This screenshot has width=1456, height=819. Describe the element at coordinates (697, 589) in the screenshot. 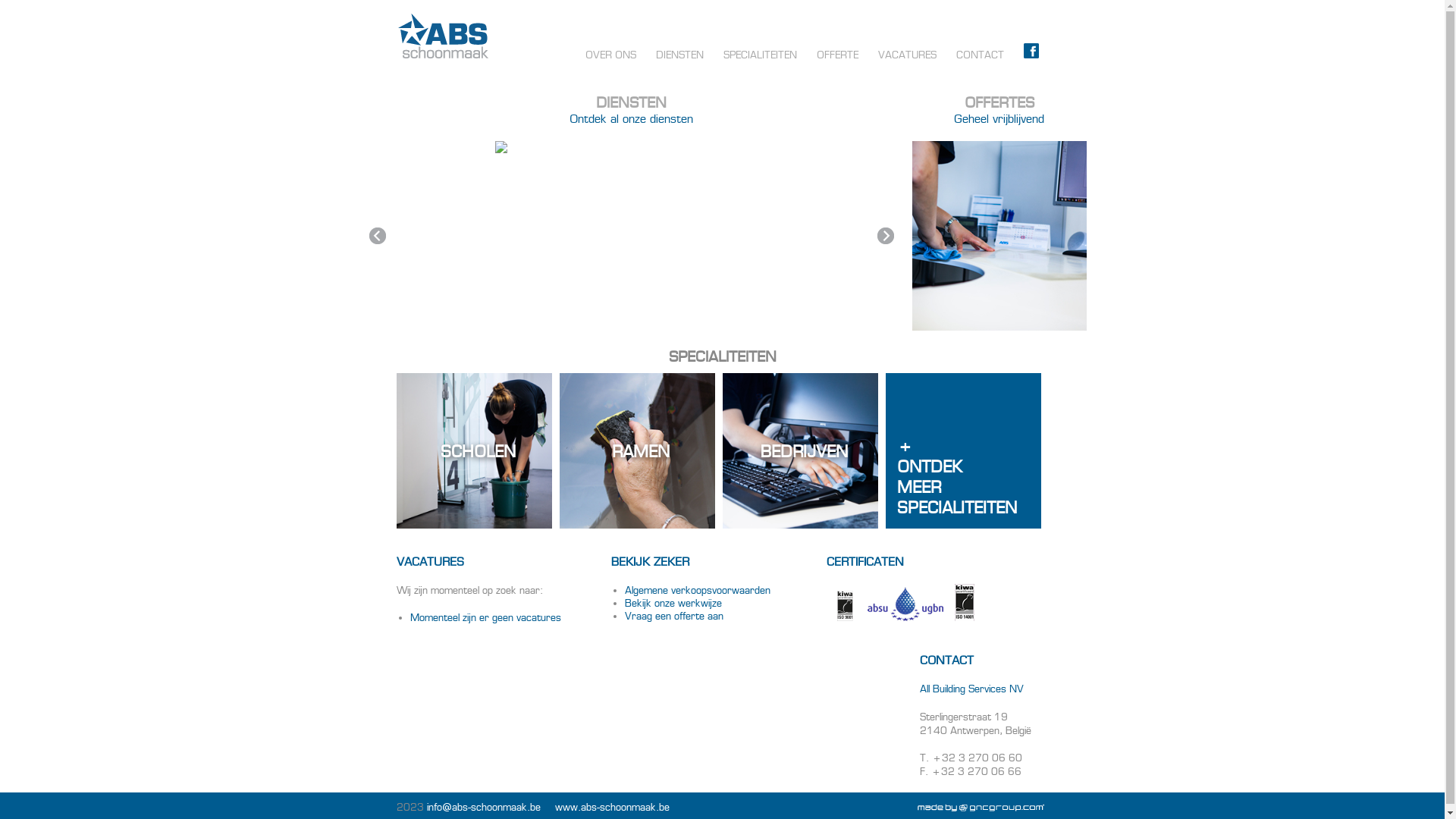

I see `'Algemene verkoopsvoorwaarden'` at that location.